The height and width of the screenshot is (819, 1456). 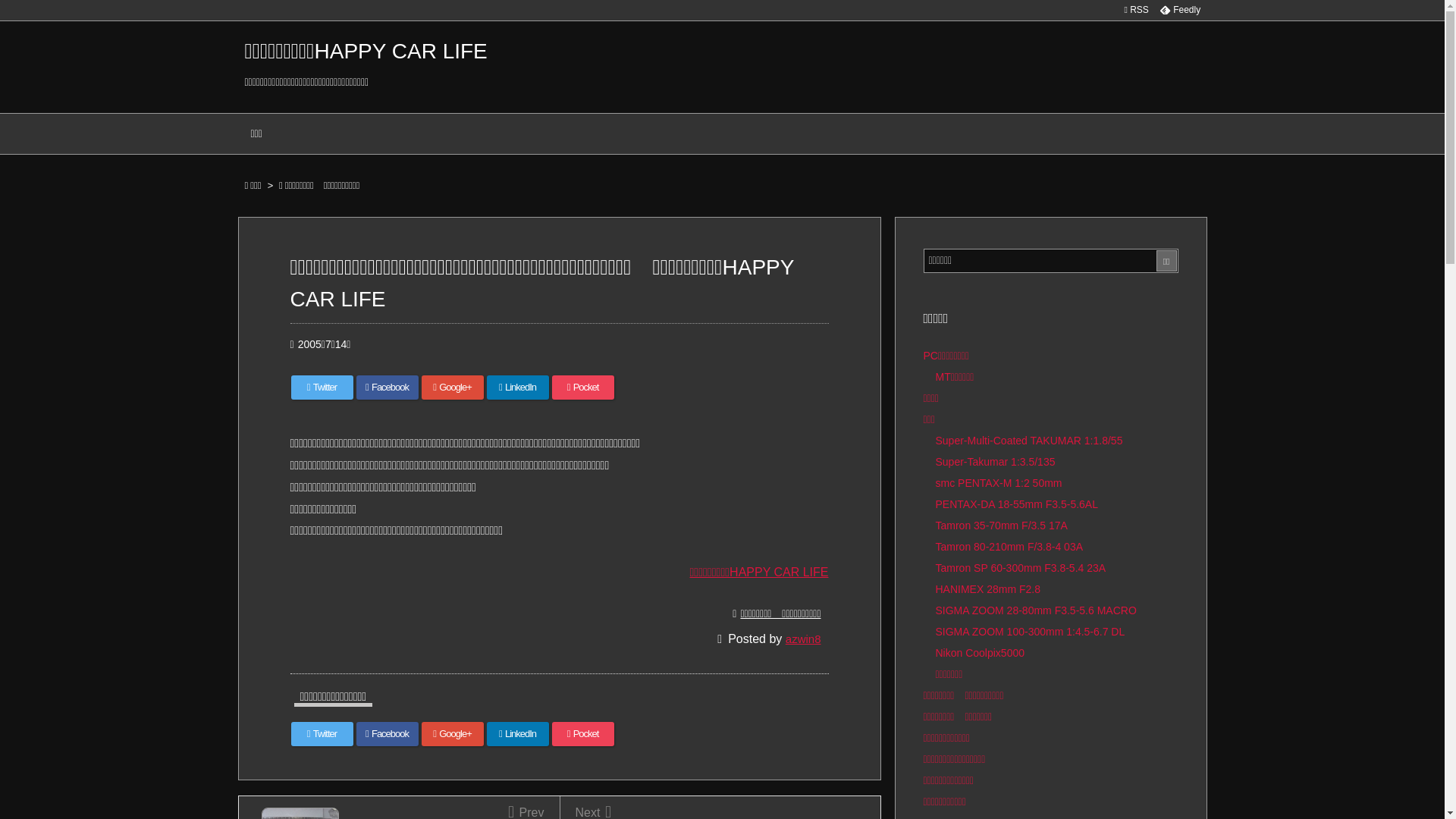 What do you see at coordinates (999, 482) in the screenshot?
I see `'smc PENTAX-M 1:2 50mm'` at bounding box center [999, 482].